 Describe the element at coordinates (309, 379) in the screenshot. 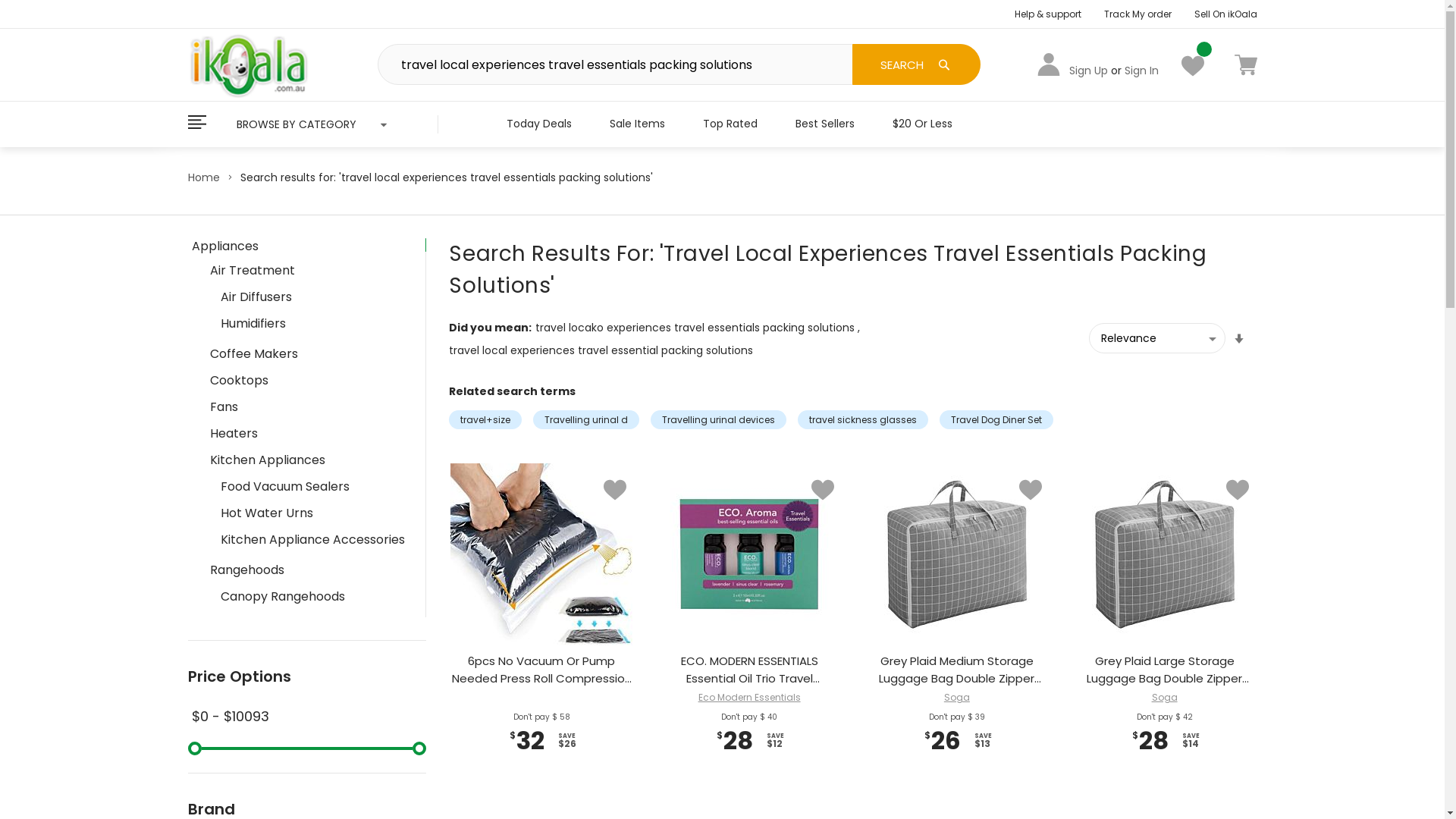

I see `'Cooktops'` at that location.